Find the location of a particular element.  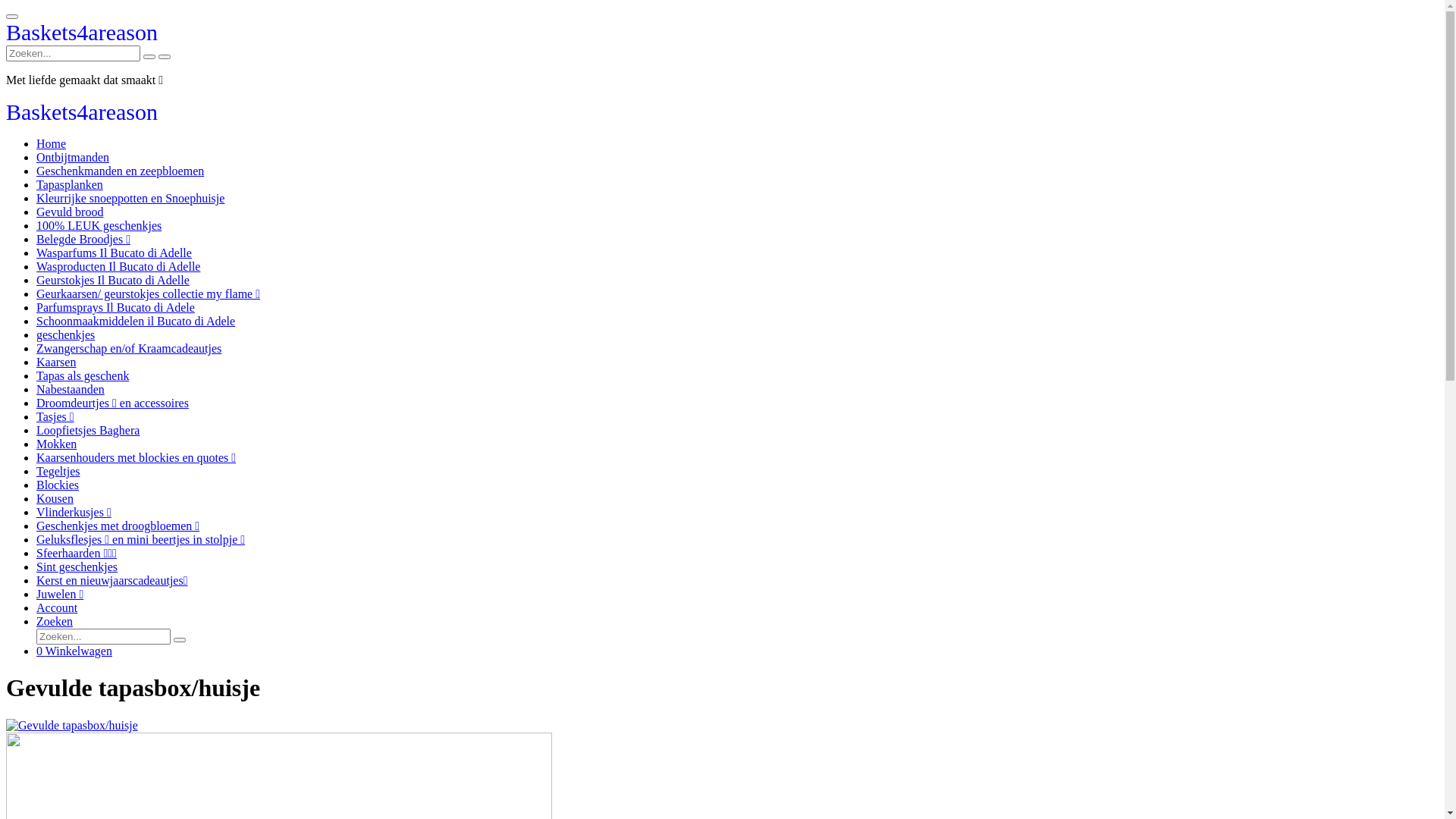

'Geschenkmanden en zeepbloemen' is located at coordinates (119, 171).